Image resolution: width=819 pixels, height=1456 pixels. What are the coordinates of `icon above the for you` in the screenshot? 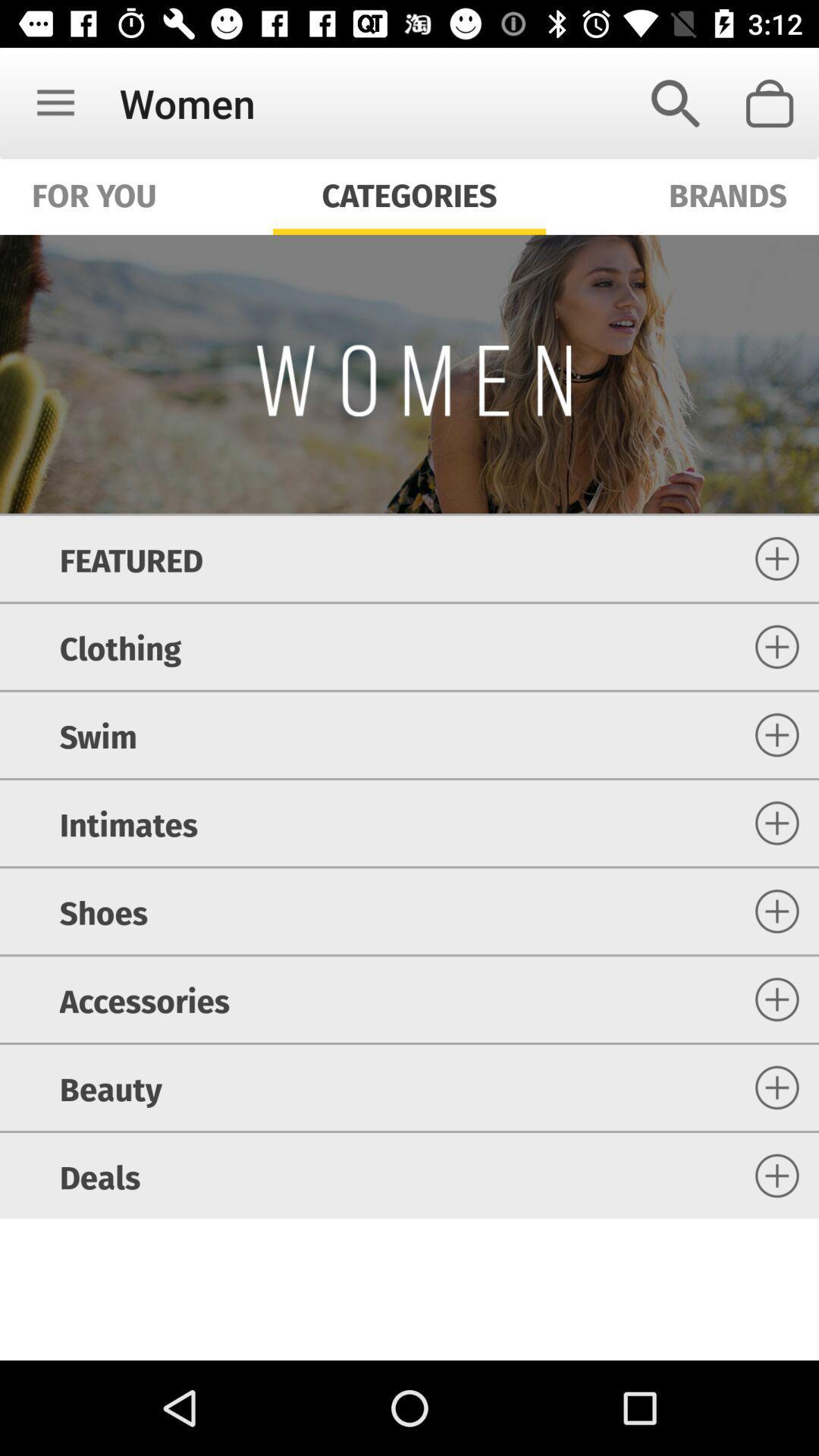 It's located at (55, 102).